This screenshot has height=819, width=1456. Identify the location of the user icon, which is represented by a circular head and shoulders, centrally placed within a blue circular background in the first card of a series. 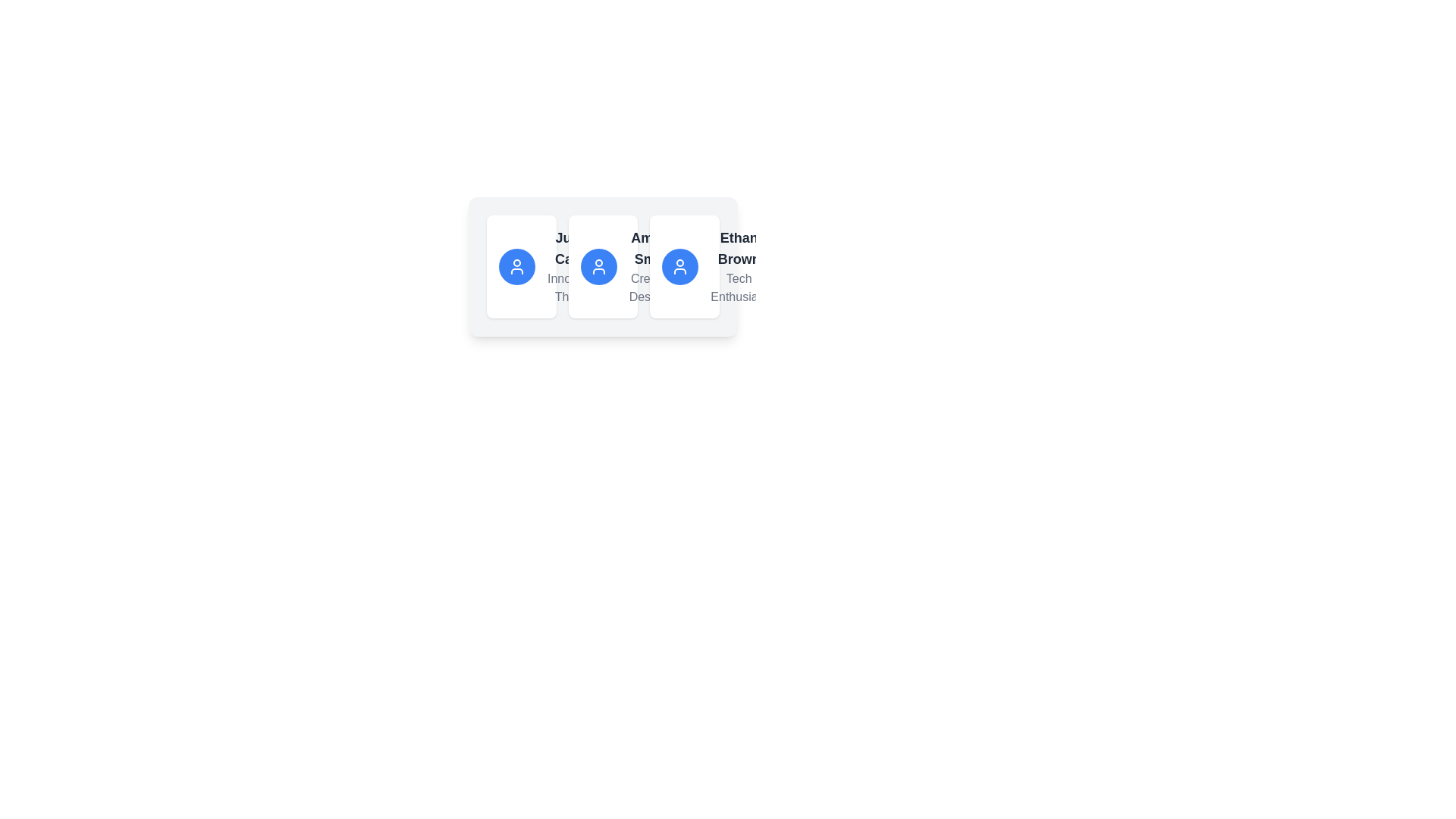
(516, 265).